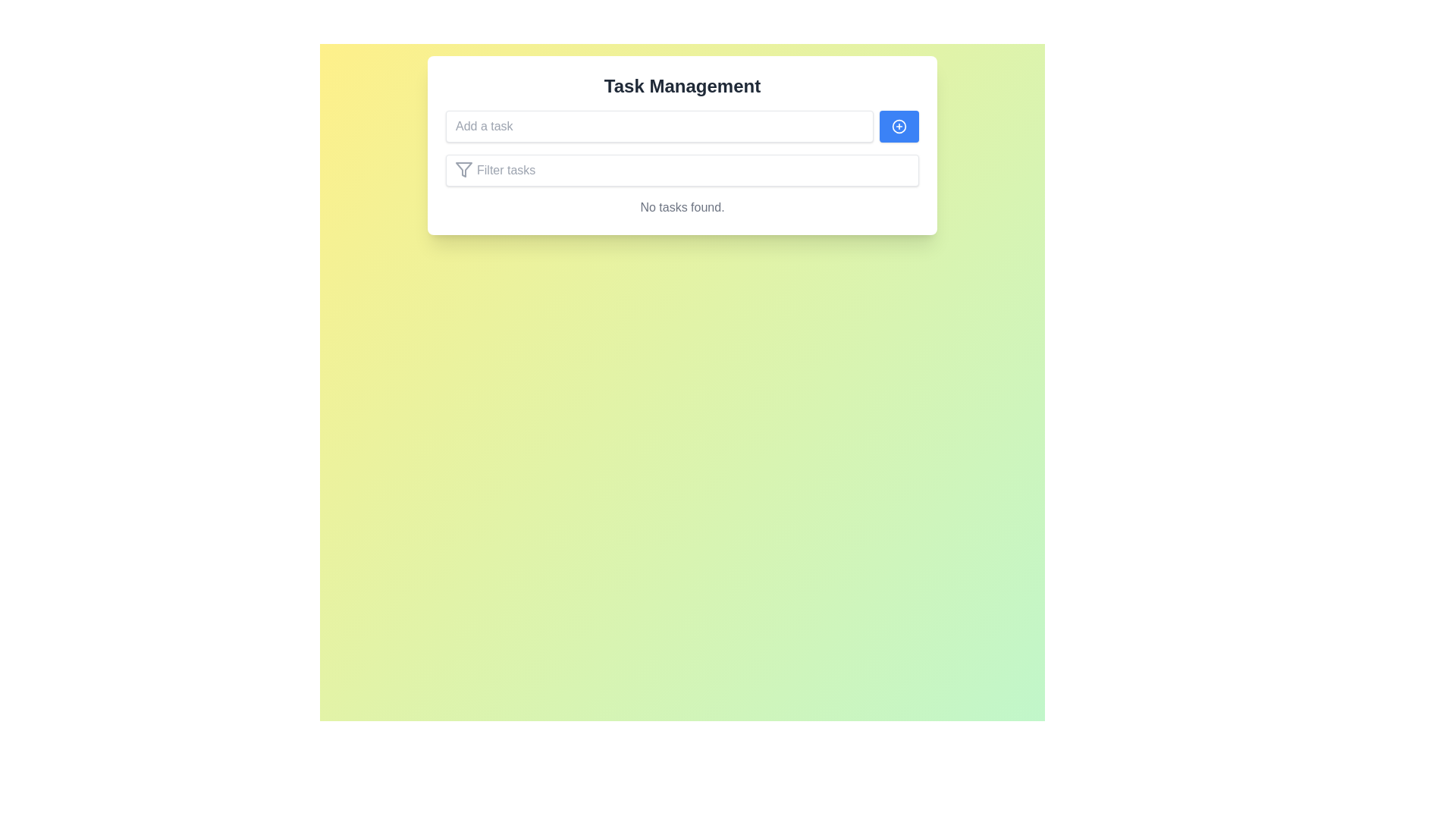 This screenshot has height=819, width=1456. Describe the element at coordinates (682, 207) in the screenshot. I see `the static text component that informs users of an empty task list in the 'Task Management' section, located below the filter tasks field` at that location.